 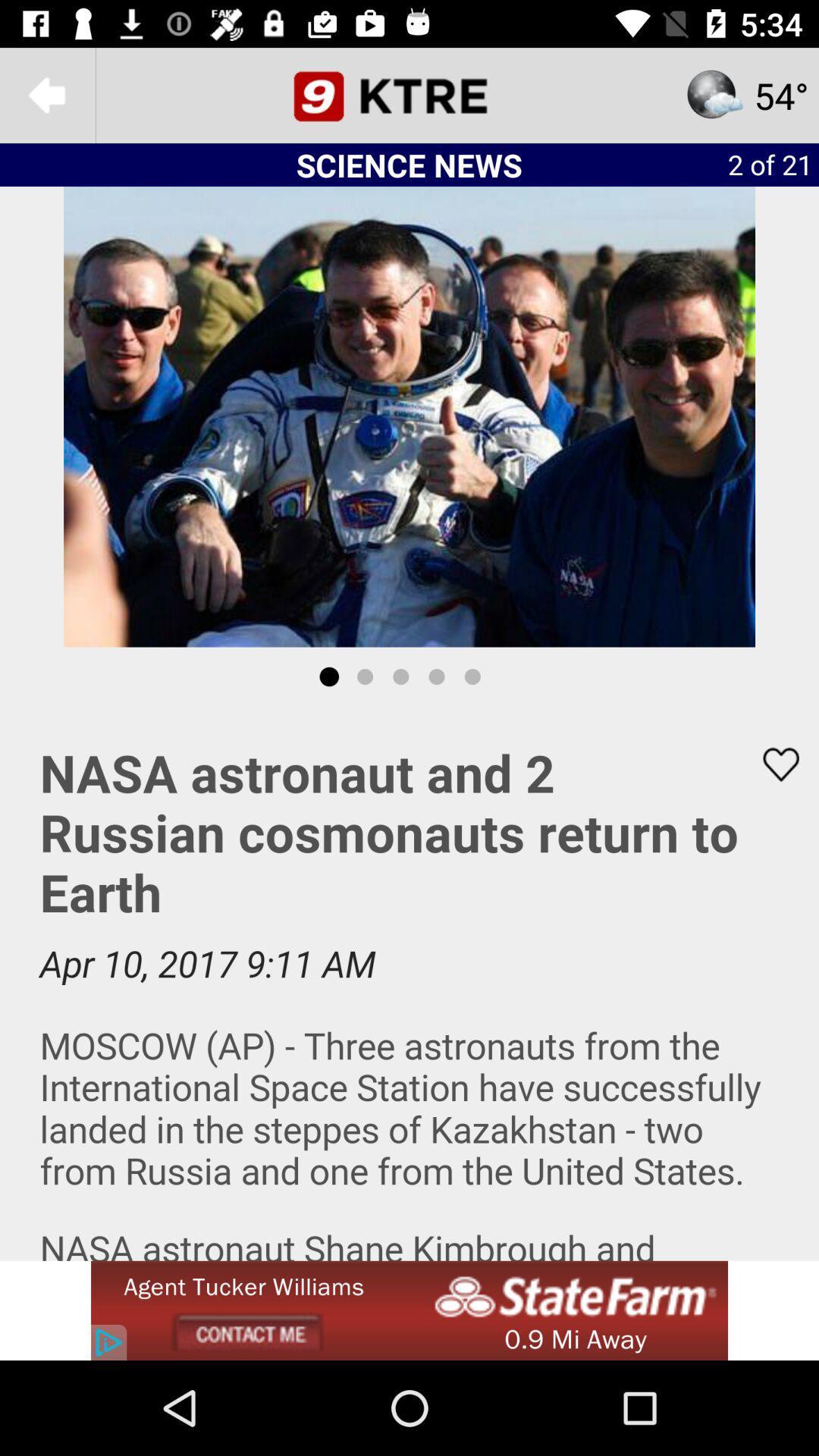 I want to click on previous, so click(x=46, y=94).